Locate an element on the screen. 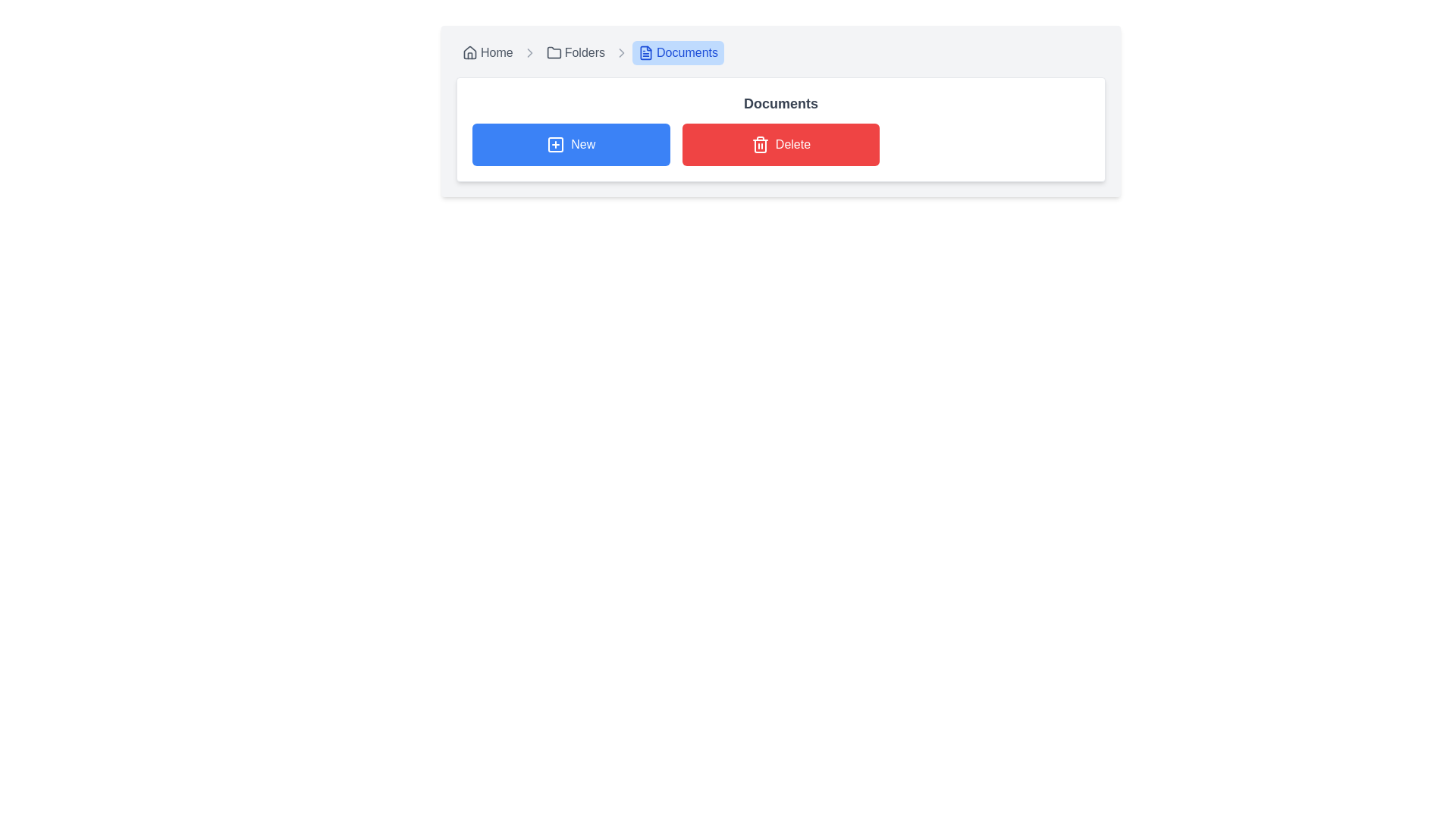 Image resolution: width=1456 pixels, height=819 pixels. the right-facing gray chevron icon in the breadcrumb navigation bar is located at coordinates (622, 52).